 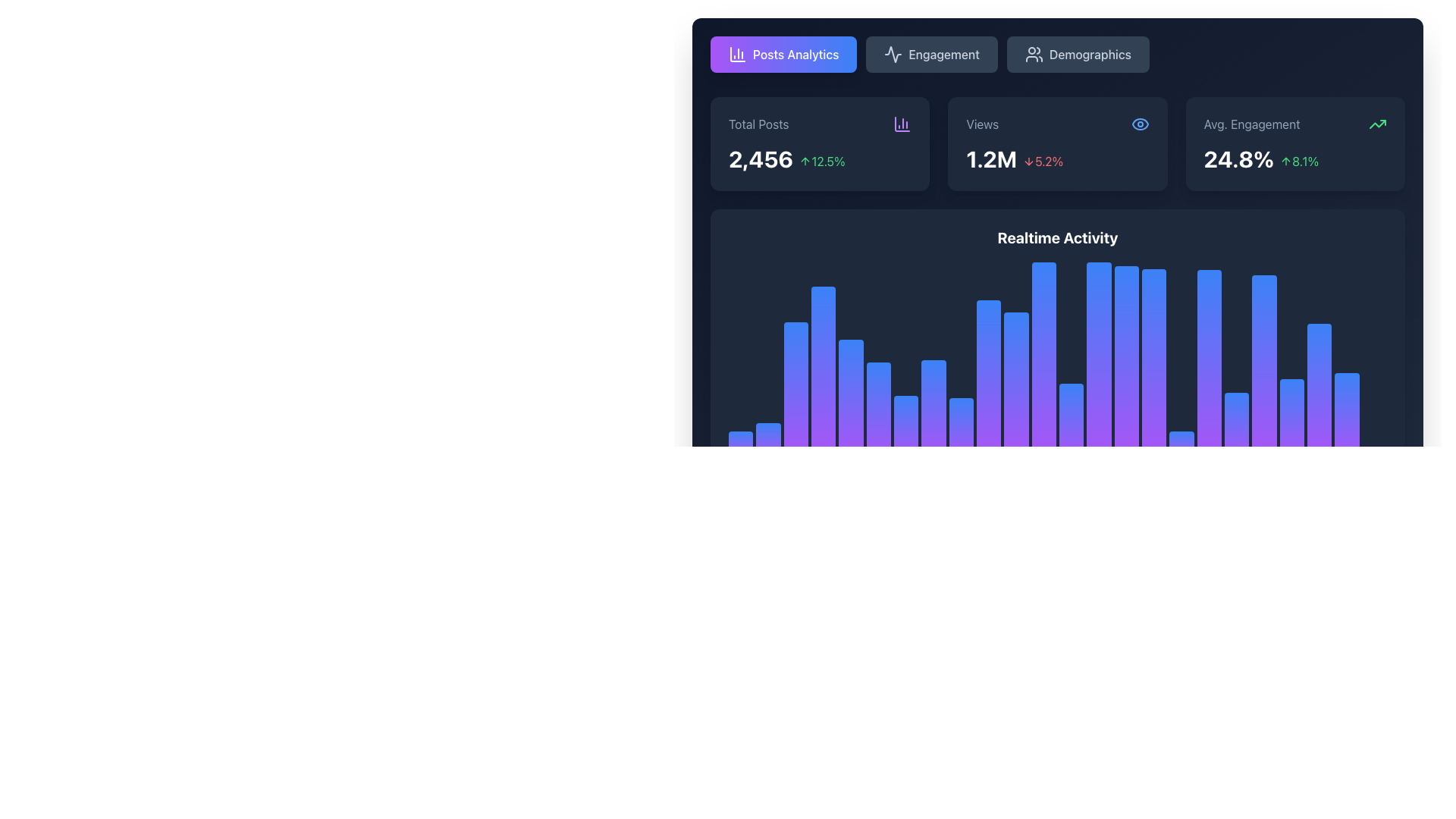 What do you see at coordinates (1033, 54) in the screenshot?
I see `the visual representation of the SVG icon located at the top-right of the 'Demographics' button in the navigation bar` at bounding box center [1033, 54].